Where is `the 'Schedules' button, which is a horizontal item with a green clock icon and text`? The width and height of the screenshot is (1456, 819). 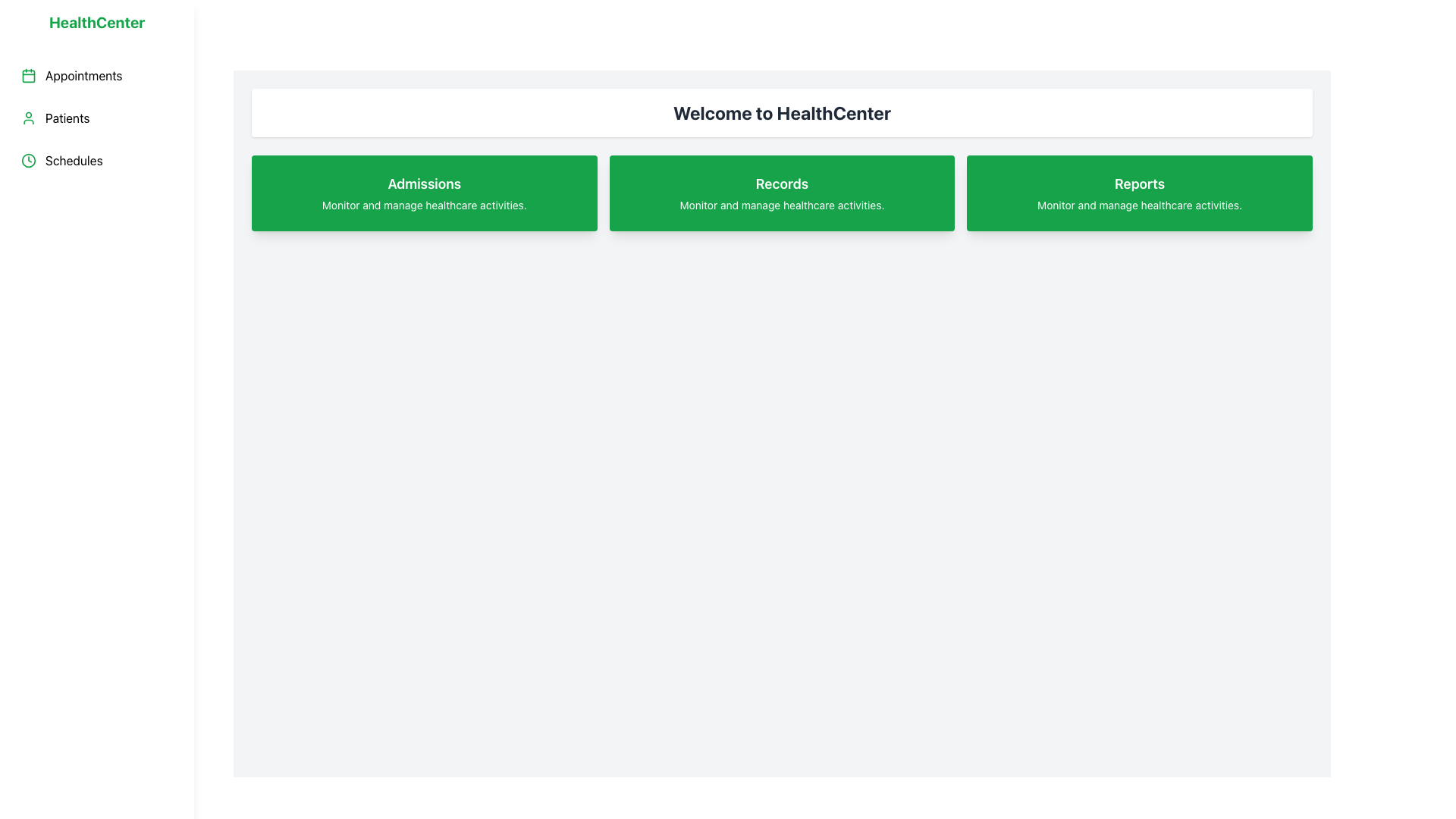
the 'Schedules' button, which is a horizontal item with a green clock icon and text is located at coordinates (96, 161).